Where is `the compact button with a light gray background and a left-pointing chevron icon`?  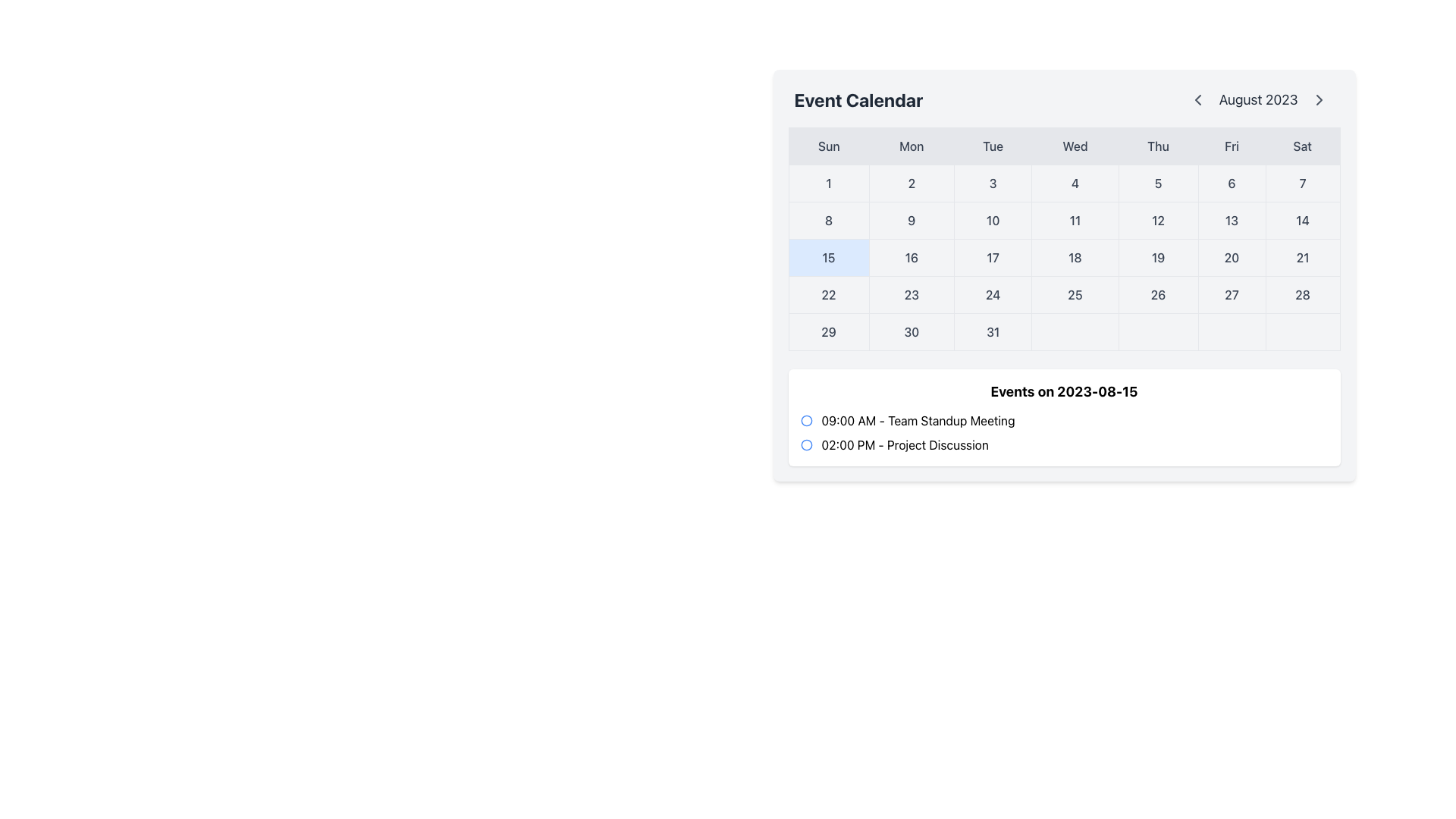 the compact button with a light gray background and a left-pointing chevron icon is located at coordinates (1197, 99).